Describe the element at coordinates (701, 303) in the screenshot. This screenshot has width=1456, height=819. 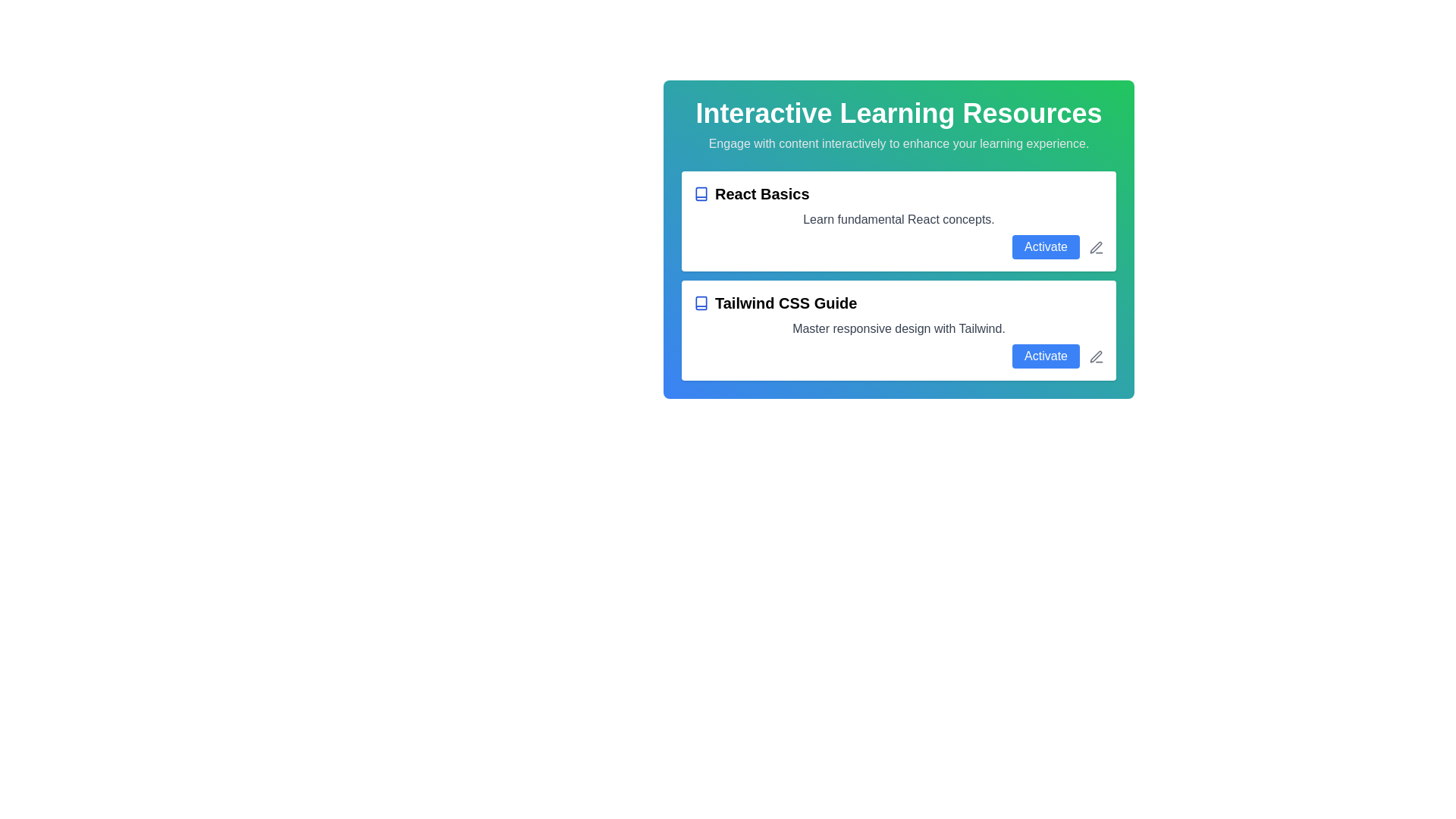
I see `the resource icon that represents the 'Tailwind CSS Guide', located in the second row to the left of the resource title` at that location.